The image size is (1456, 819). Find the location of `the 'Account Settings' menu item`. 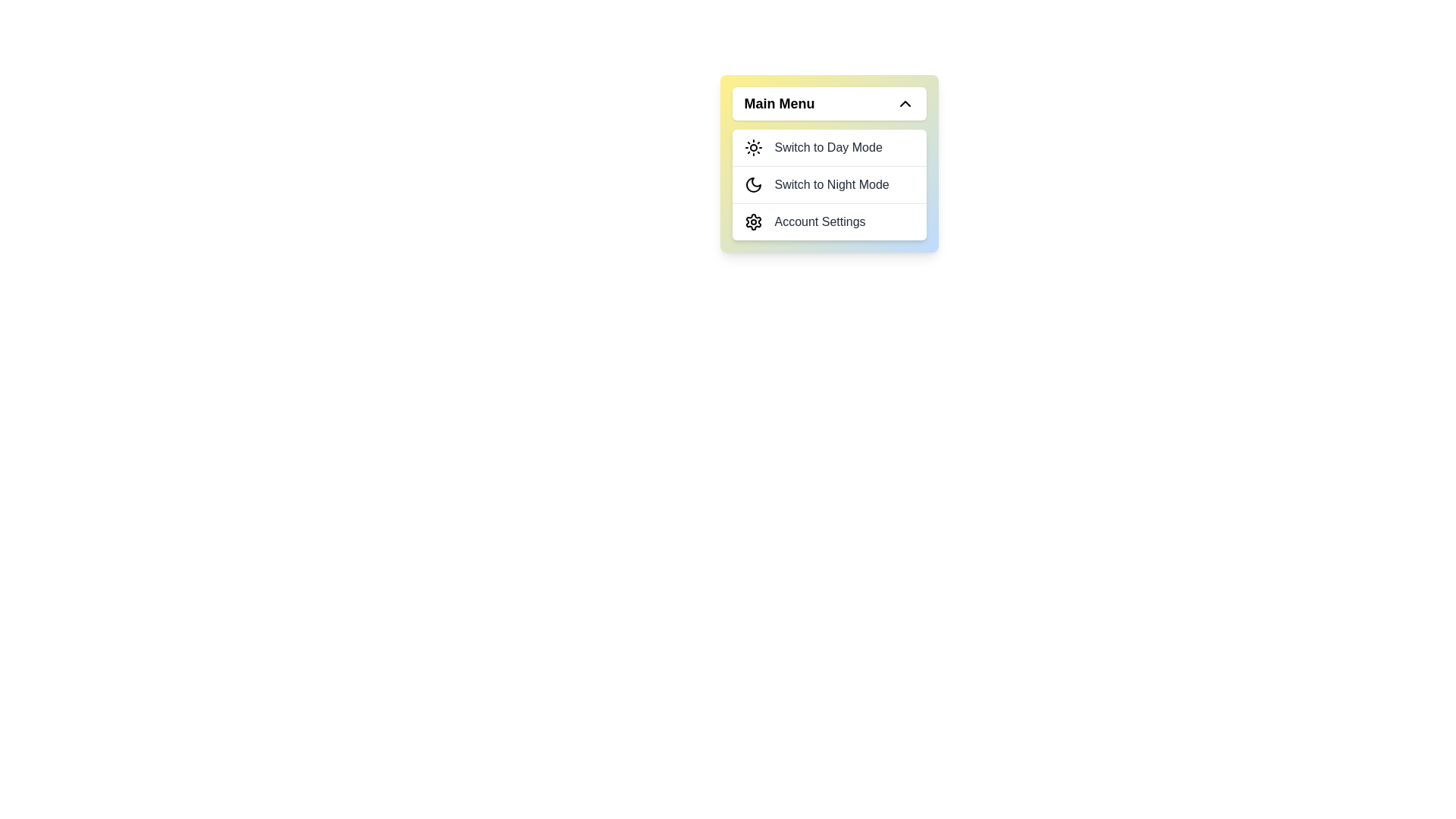

the 'Account Settings' menu item is located at coordinates (828, 221).